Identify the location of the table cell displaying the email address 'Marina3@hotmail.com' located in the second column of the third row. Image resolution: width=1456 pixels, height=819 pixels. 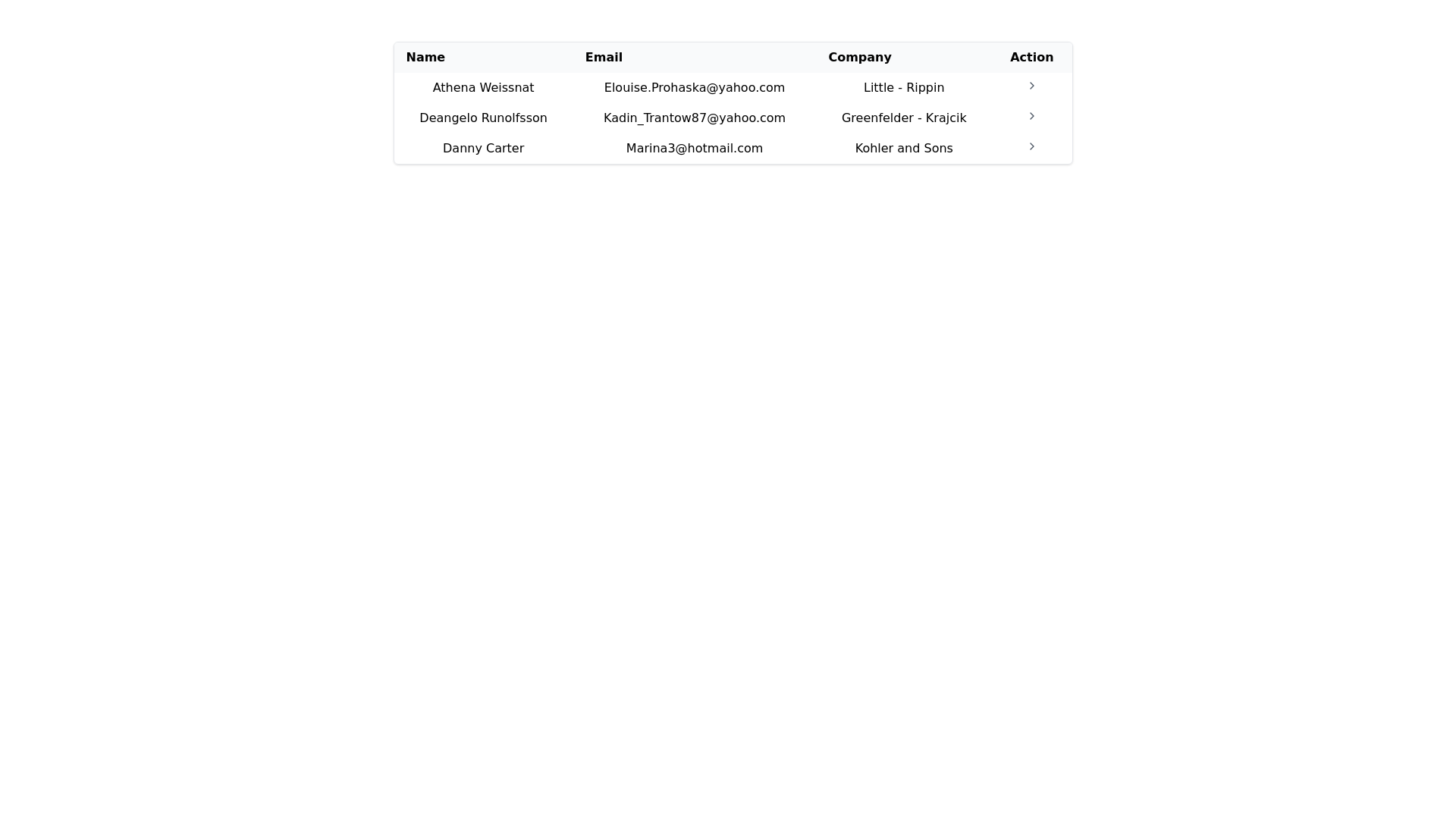
(694, 149).